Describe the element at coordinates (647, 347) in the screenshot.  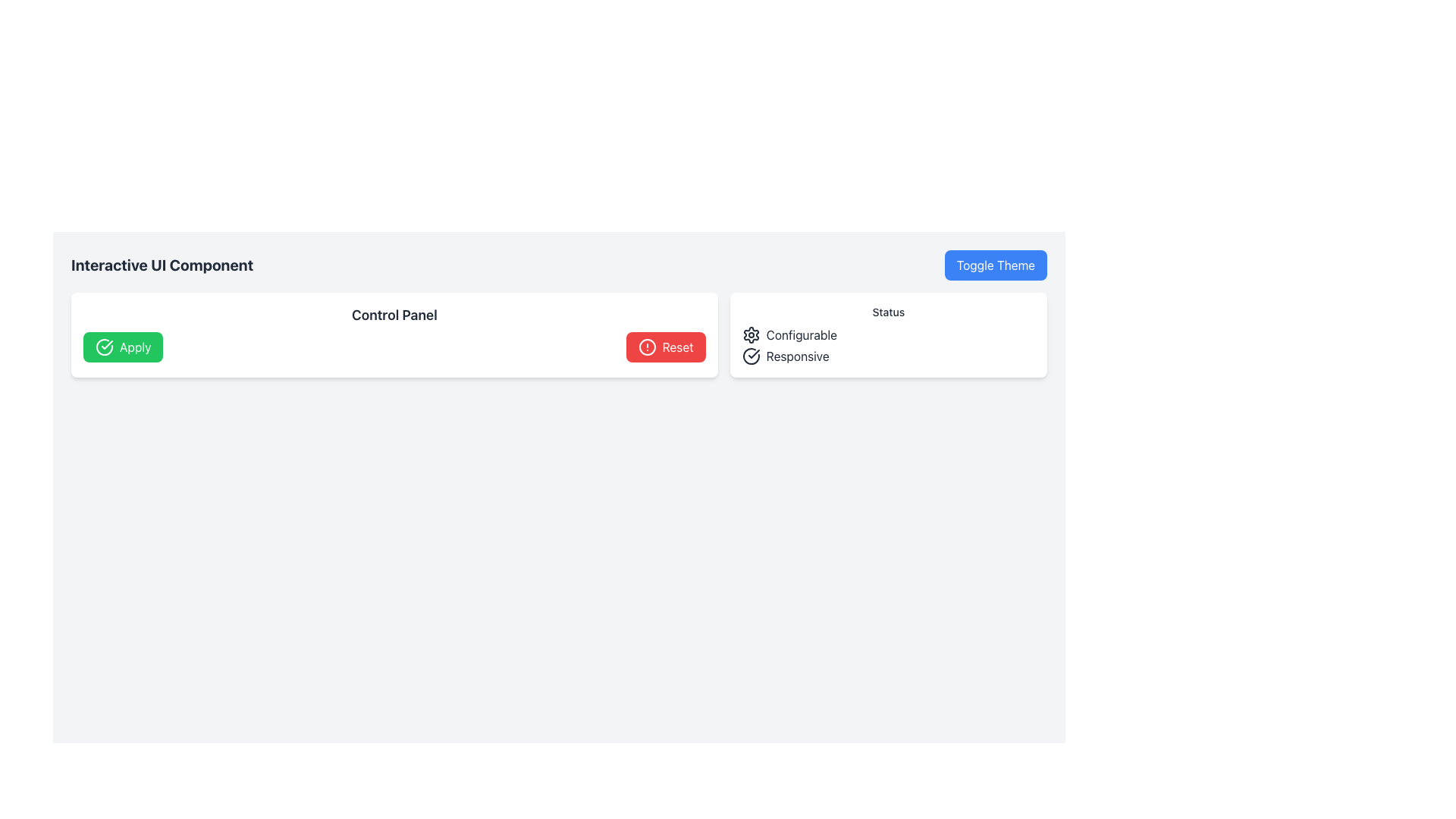
I see `the warning icon associated with the 'Reset' button located in the control panel area to the left of the 'Reset' text label` at that location.